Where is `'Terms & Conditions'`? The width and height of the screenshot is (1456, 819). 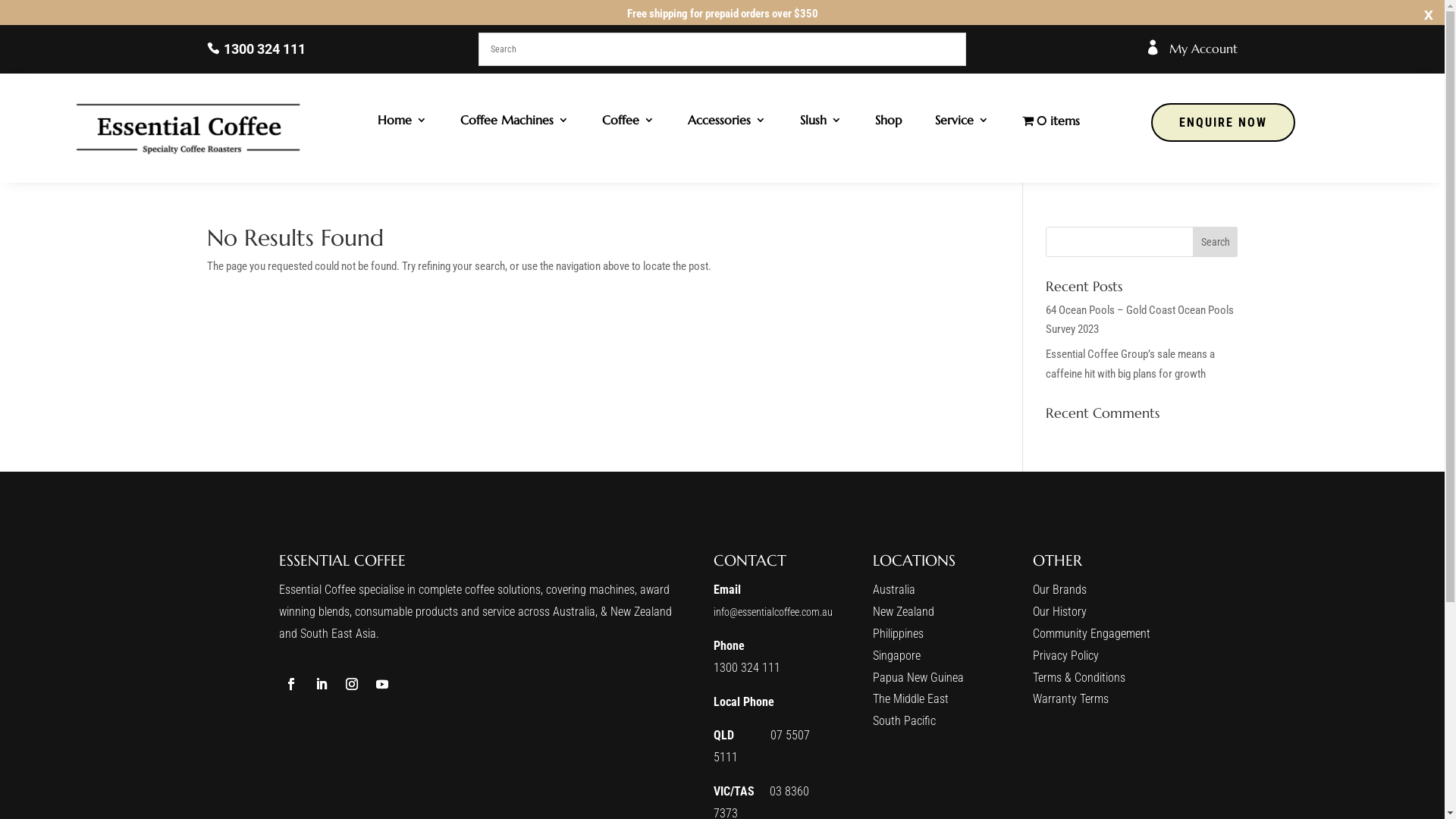 'Terms & Conditions' is located at coordinates (1078, 676).